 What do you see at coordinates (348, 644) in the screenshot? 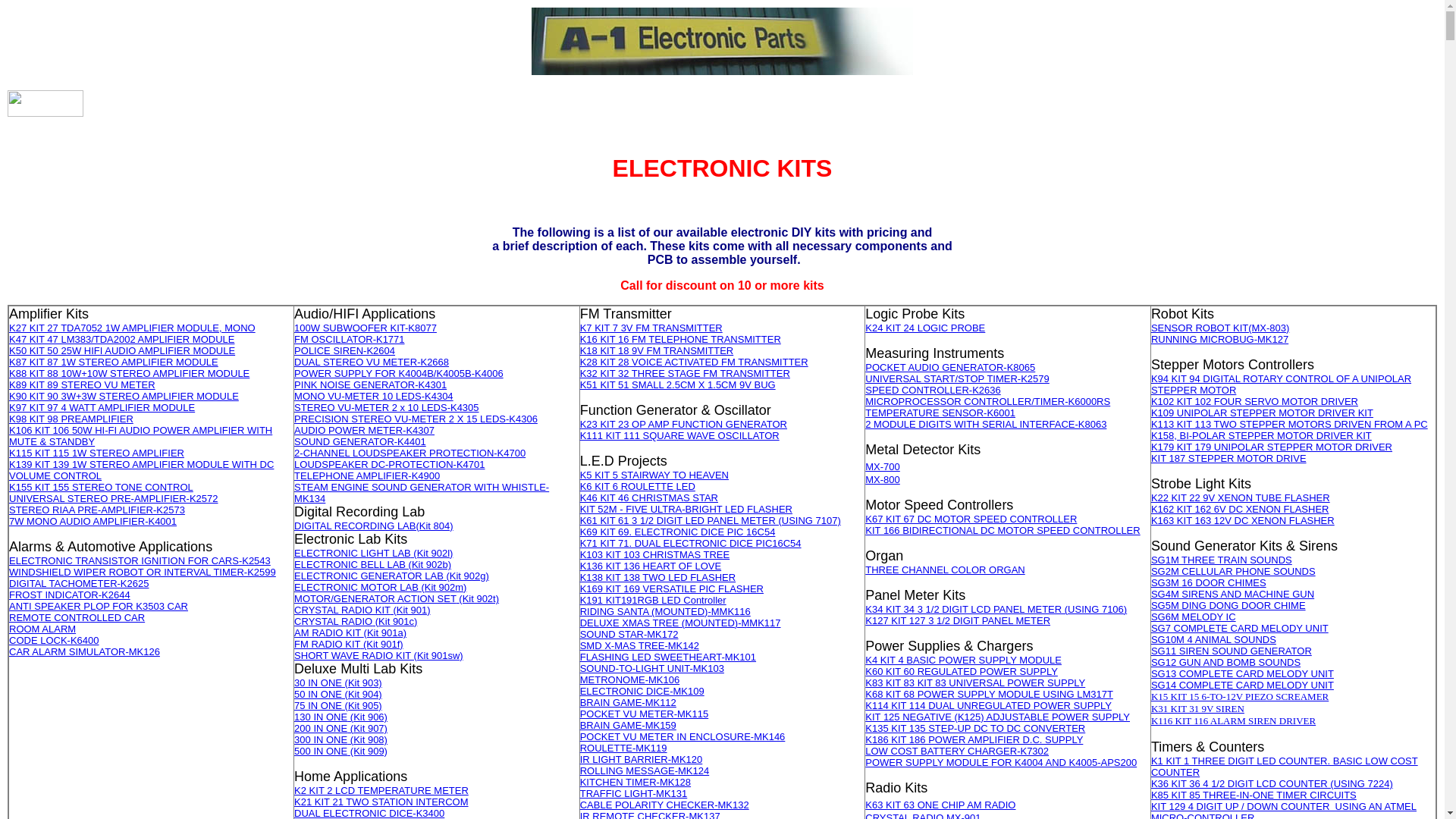
I see `'FM RADIO KIT (Kit 901f)'` at bounding box center [348, 644].